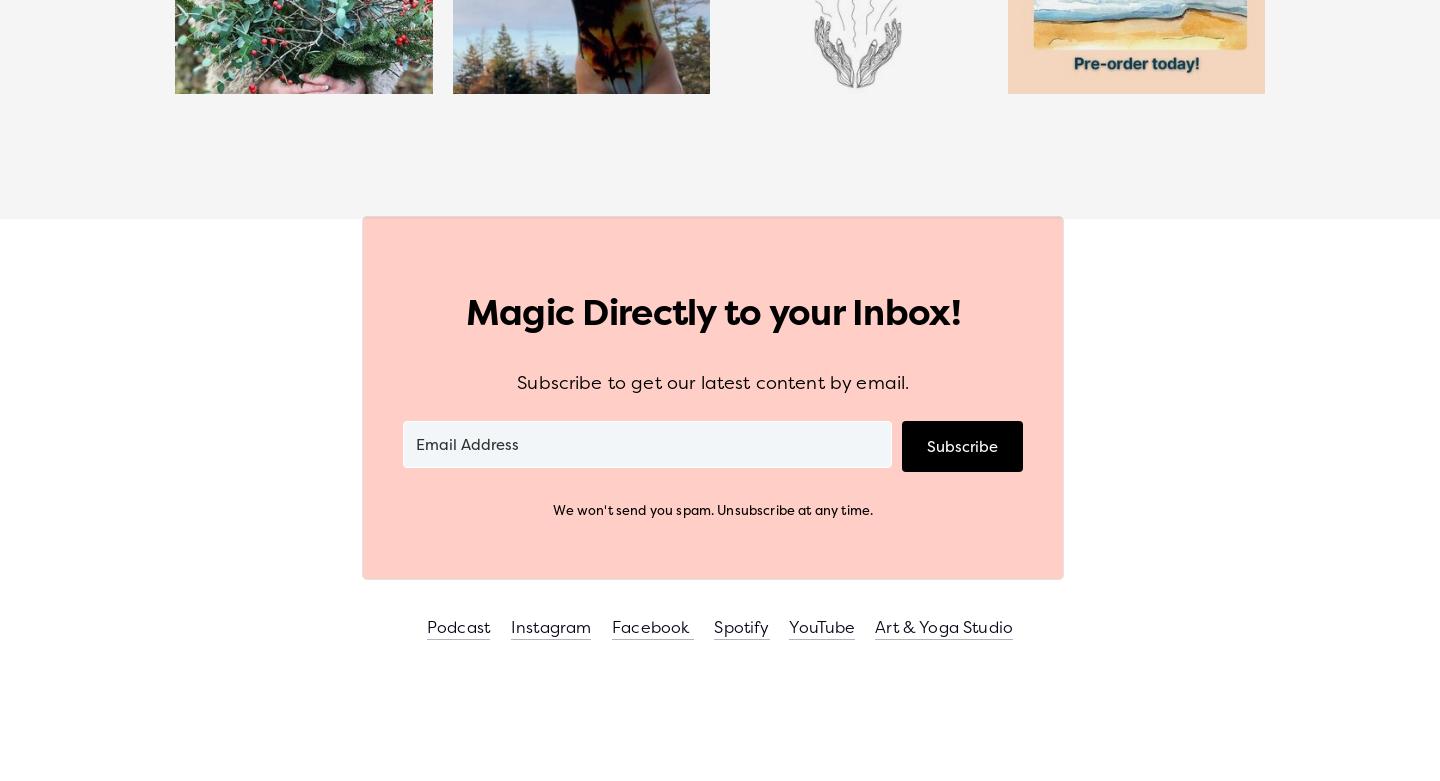 Image resolution: width=1440 pixels, height=781 pixels. Describe the element at coordinates (712, 507) in the screenshot. I see `'We won't send you spam. Unsubscribe at any time.'` at that location.